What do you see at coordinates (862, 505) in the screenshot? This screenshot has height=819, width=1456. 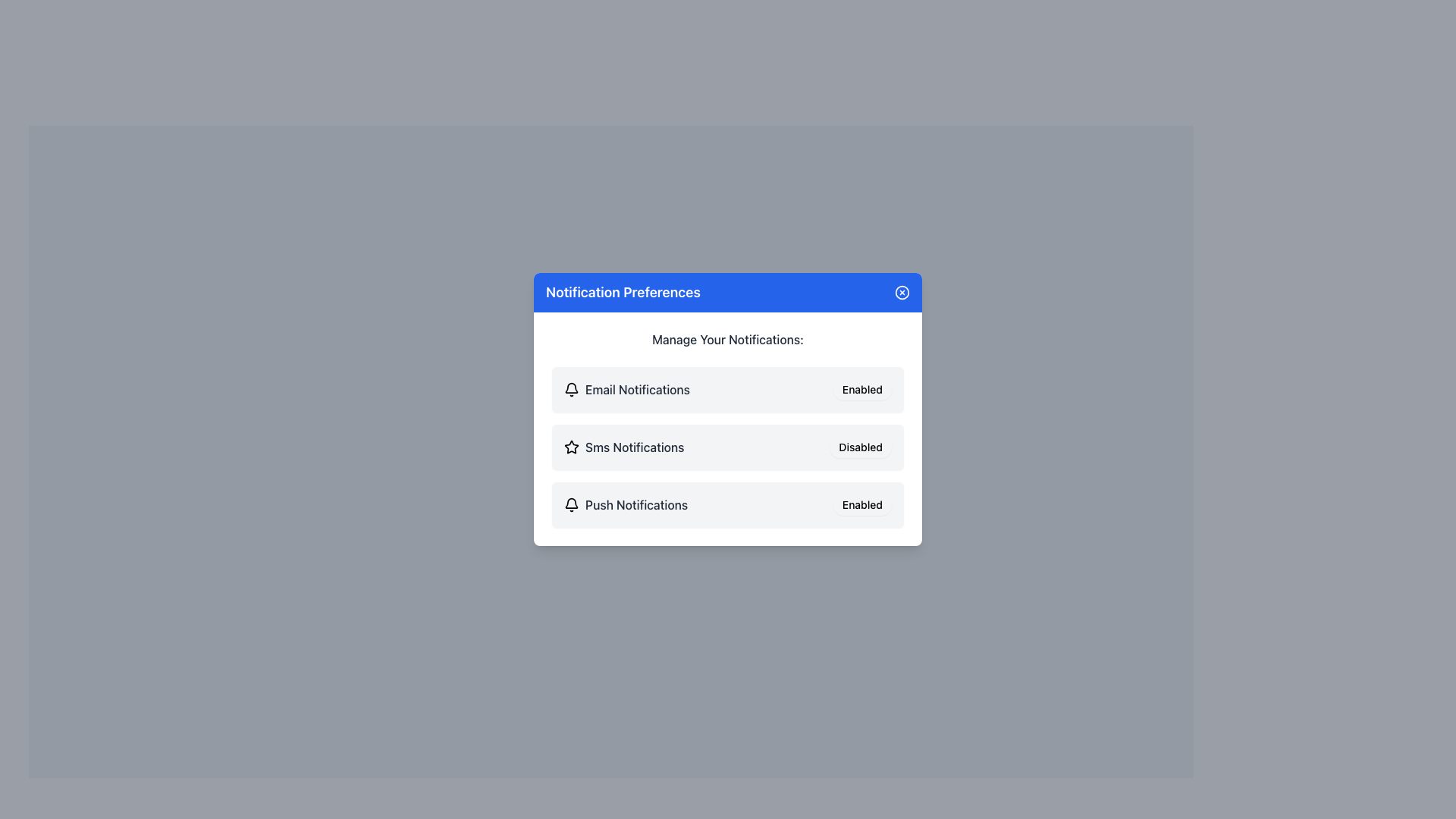 I see `the toggle button for Push Notifications, which indicates whether the feature is enabled` at bounding box center [862, 505].